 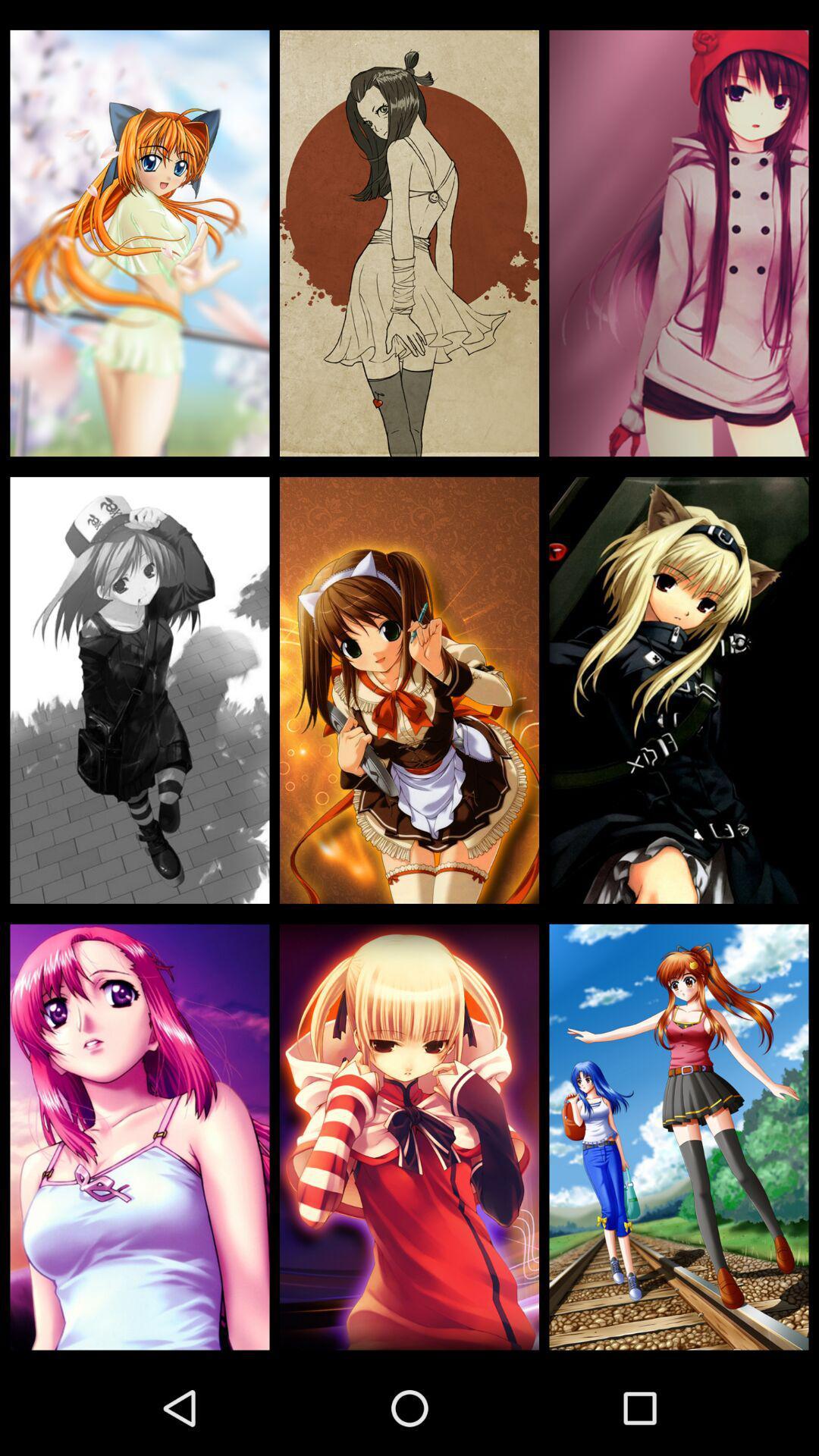 What do you see at coordinates (409, 689) in the screenshot?
I see `item at the center` at bounding box center [409, 689].